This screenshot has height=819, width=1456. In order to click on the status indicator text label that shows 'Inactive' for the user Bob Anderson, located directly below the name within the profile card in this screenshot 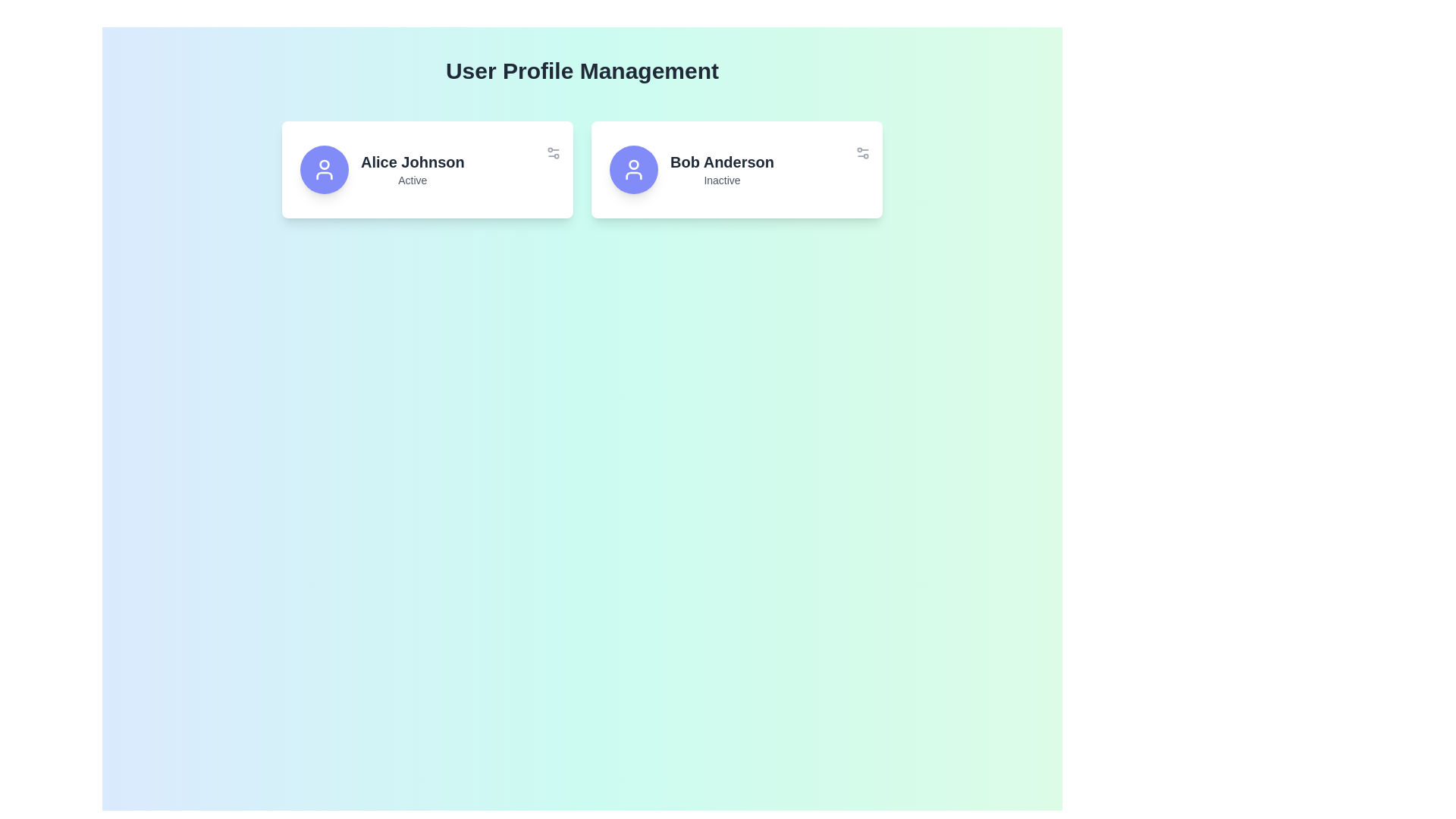, I will do `click(721, 180)`.